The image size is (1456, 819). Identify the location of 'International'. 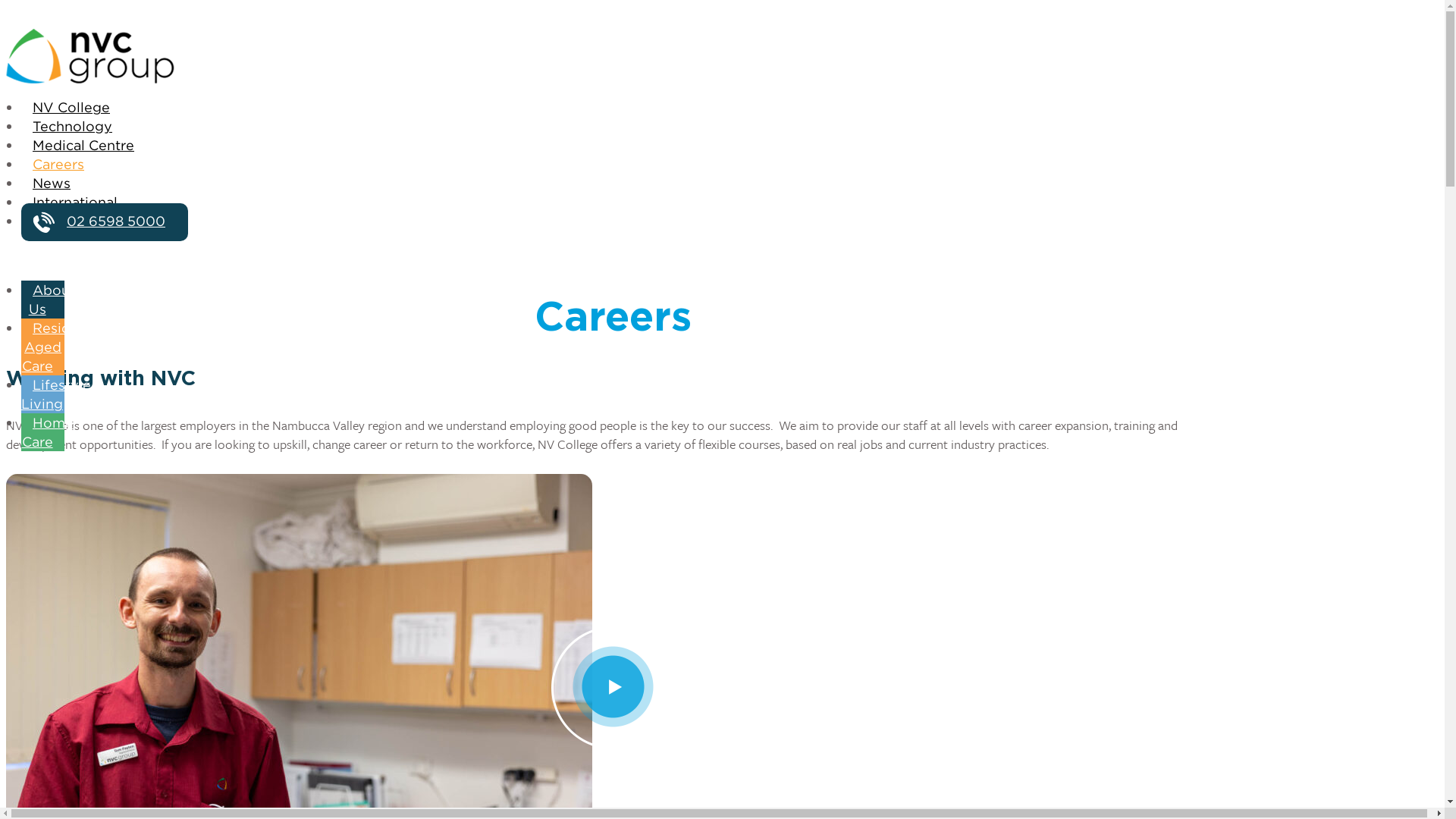
(74, 202).